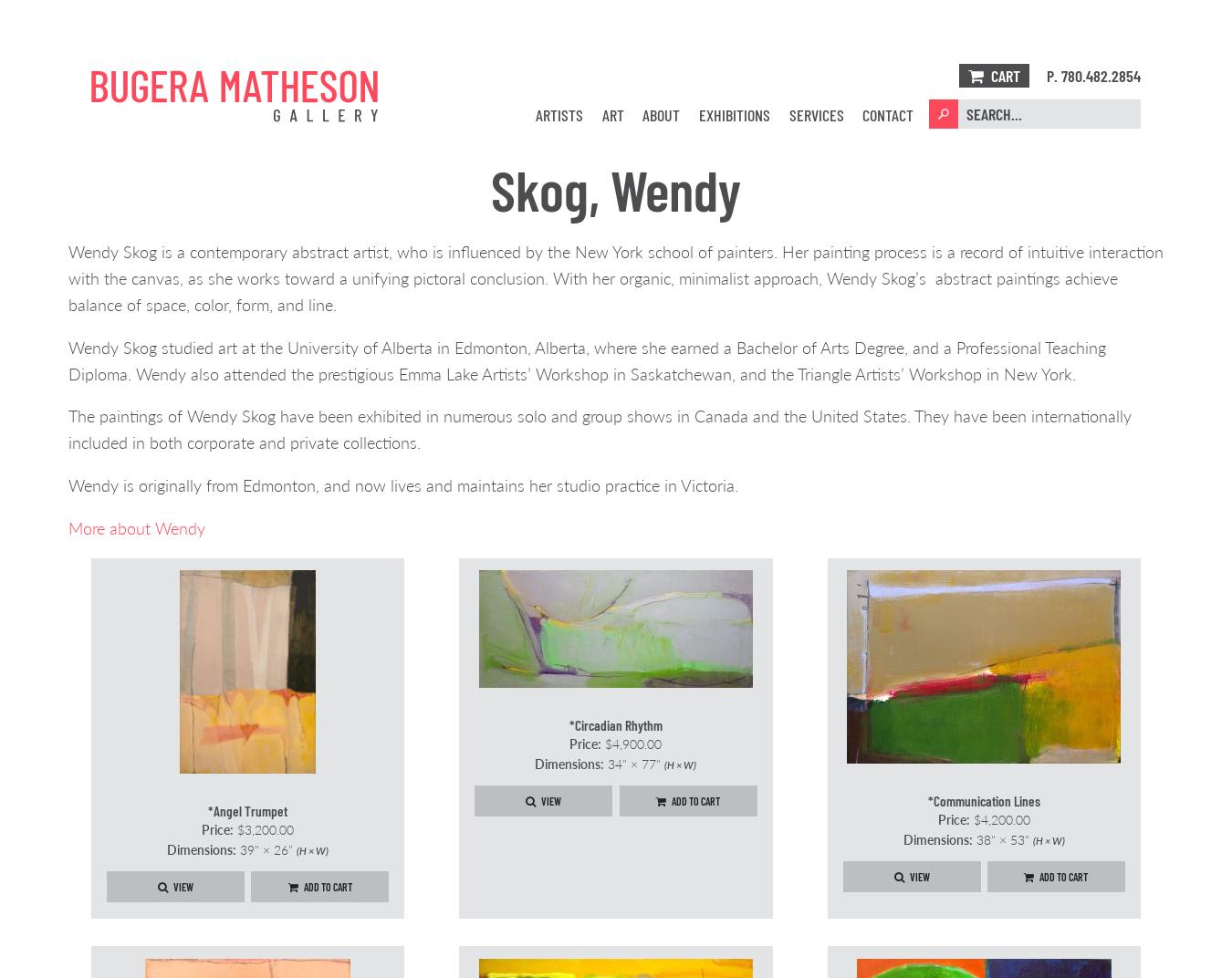 This screenshot has height=978, width=1232. Describe the element at coordinates (600, 741) in the screenshot. I see `'$4,900.00'` at that location.